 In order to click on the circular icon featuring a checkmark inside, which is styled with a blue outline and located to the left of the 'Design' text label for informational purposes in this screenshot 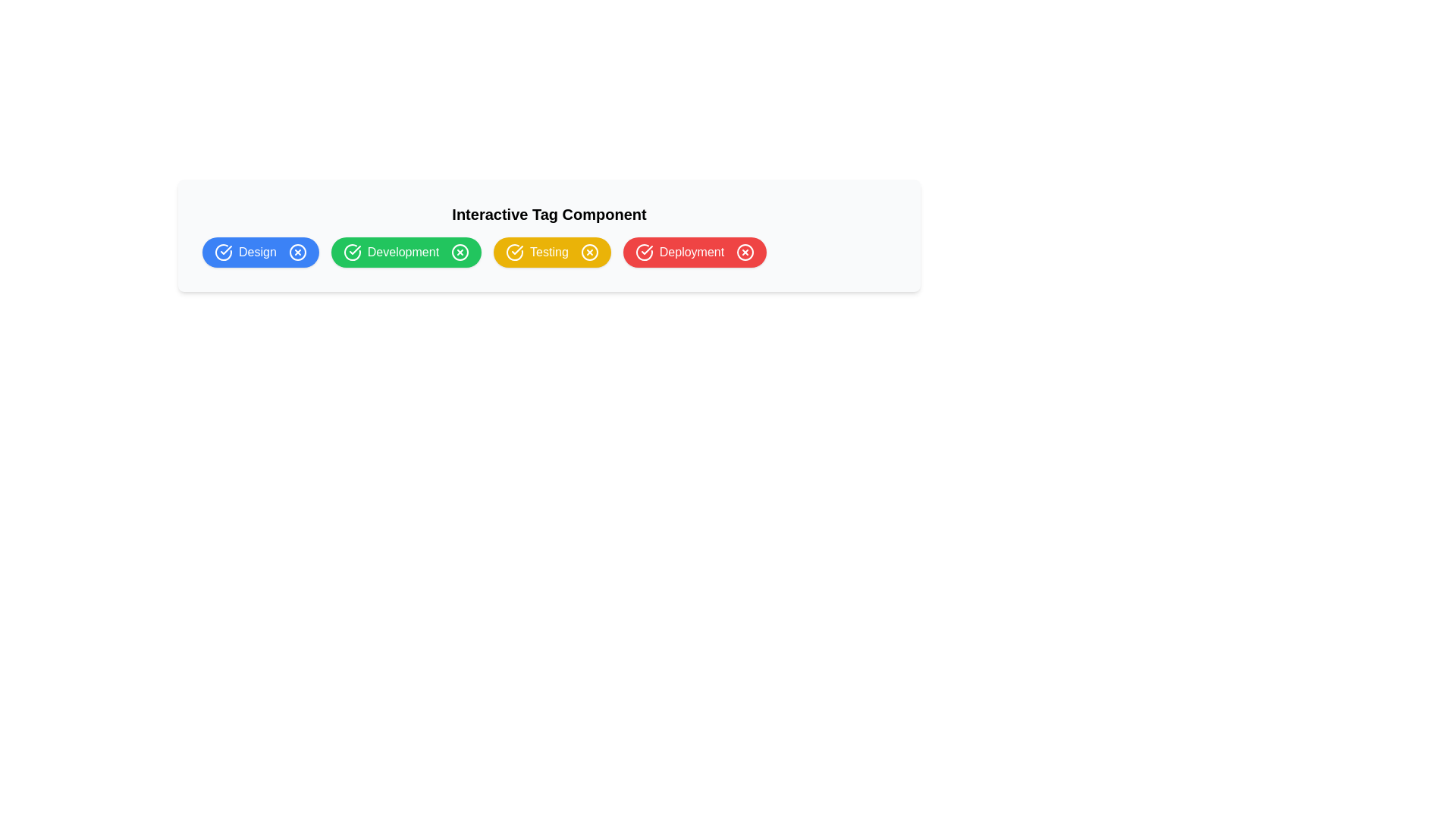, I will do `click(222, 251)`.